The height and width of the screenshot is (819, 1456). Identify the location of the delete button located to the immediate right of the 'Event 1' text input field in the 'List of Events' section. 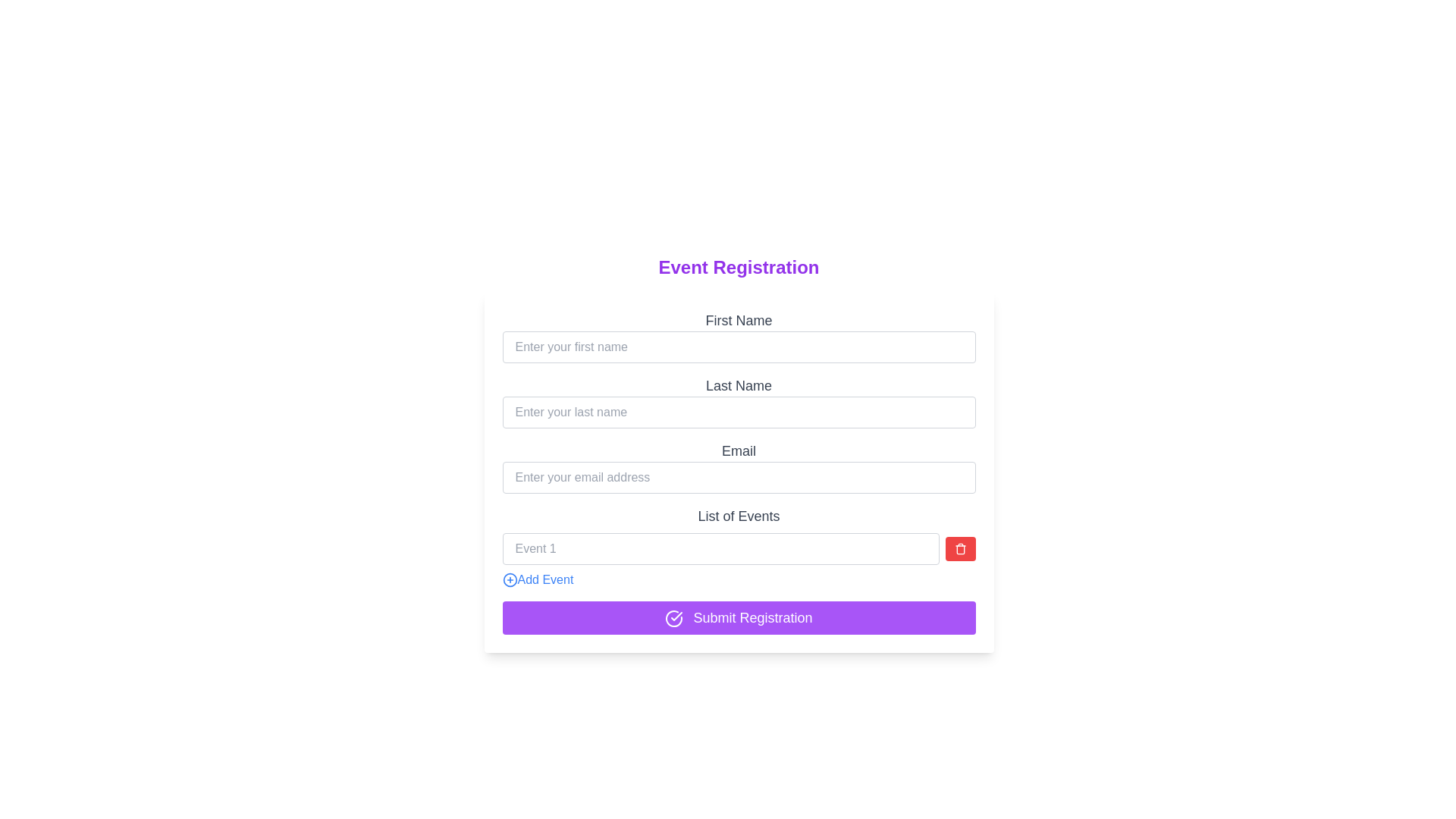
(959, 549).